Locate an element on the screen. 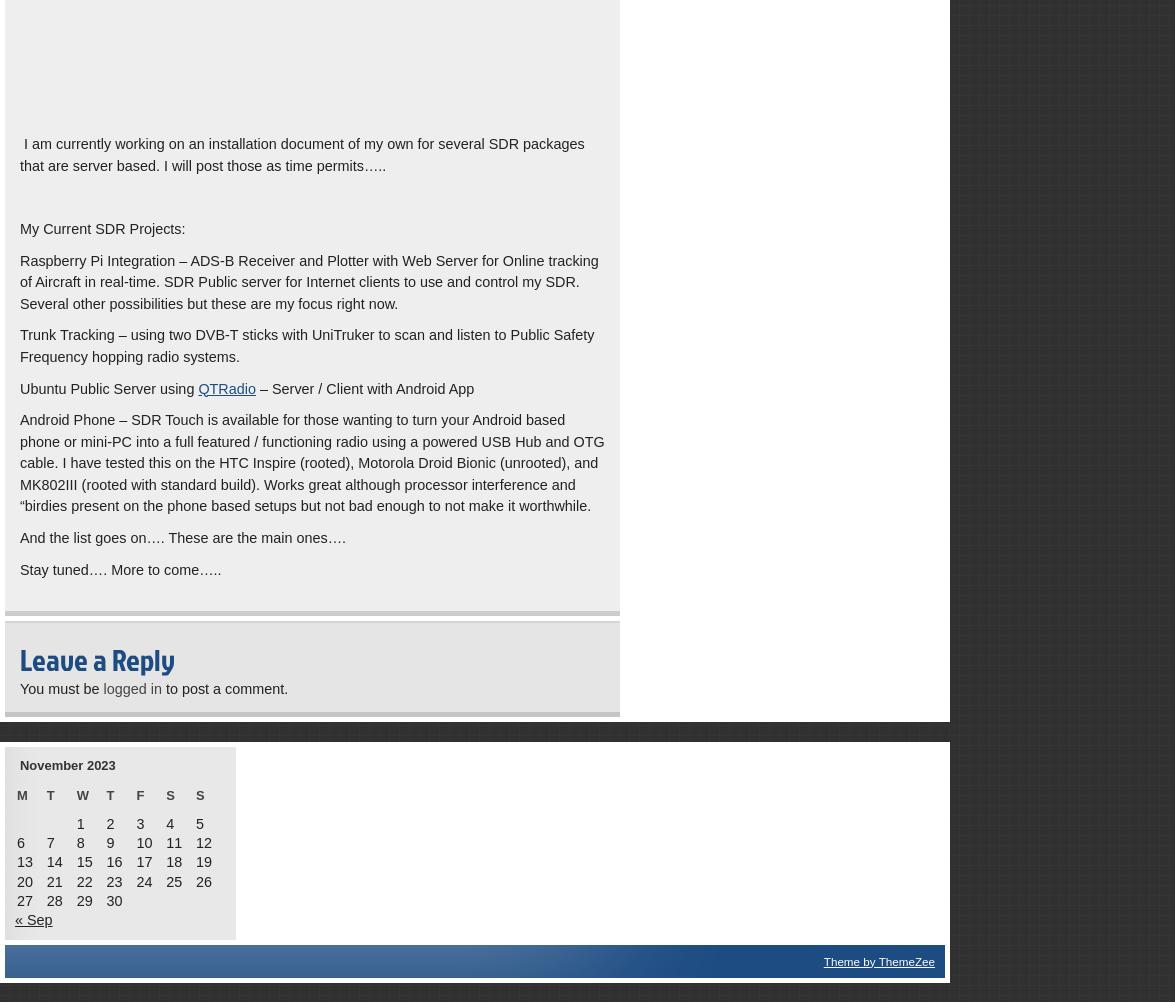 This screenshot has width=1175, height=1002. 'Android Phone – SDR Touch is available for those wanting to turn your Android based phone or mini-PC into a full featured / functioning radio using a powered USB Hub and OTG cable. I have tested this on the HTC Inspire (rooted), Motorola Droid Bionic (unrooted), and MK802III (rooted with standard build). Works great although processor interference and “birdies present on the phone based setups but not bad enough to not make it worthwhile.' is located at coordinates (311, 462).